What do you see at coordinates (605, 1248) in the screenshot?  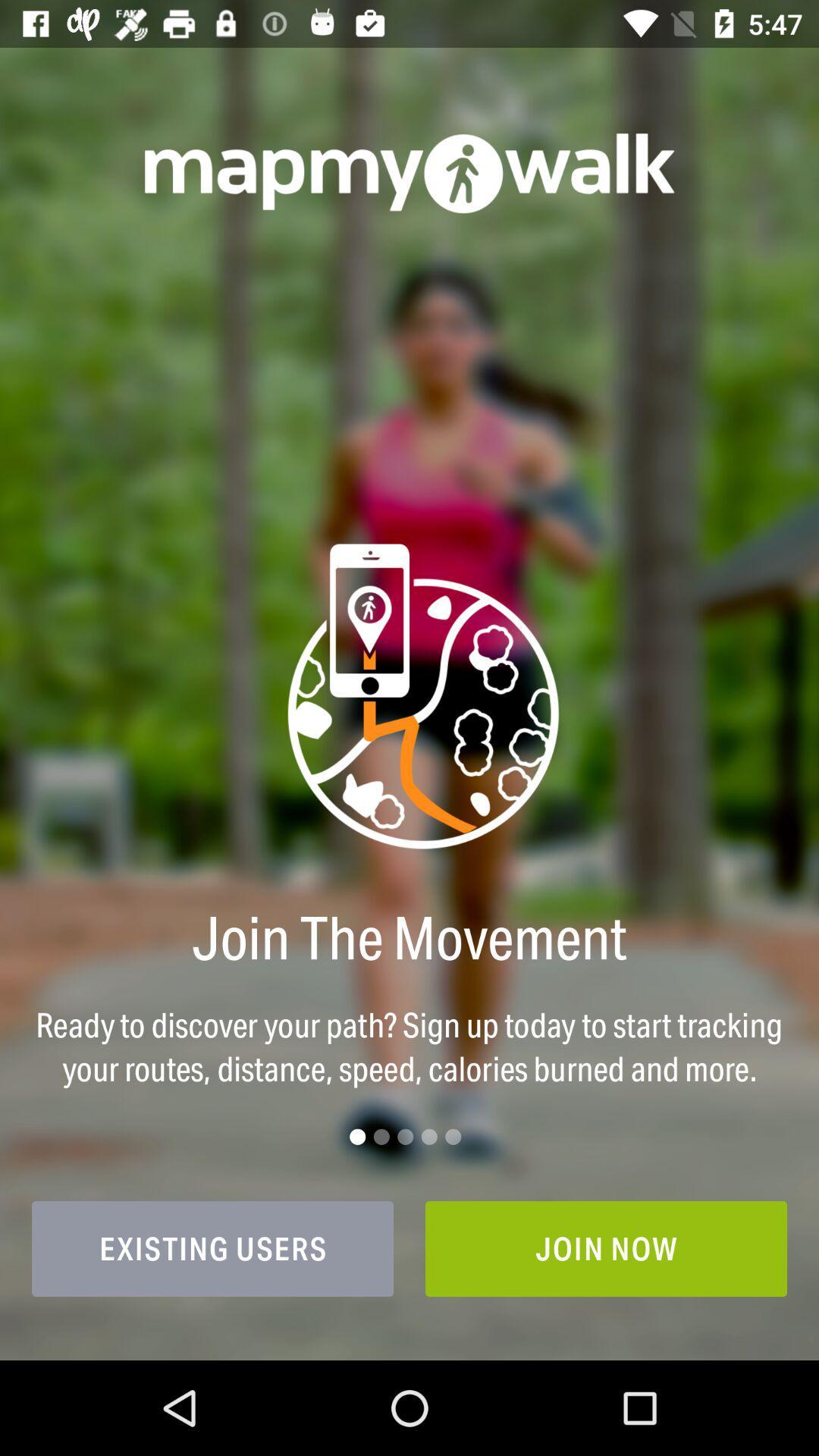 I see `icon to the right of existing users` at bounding box center [605, 1248].